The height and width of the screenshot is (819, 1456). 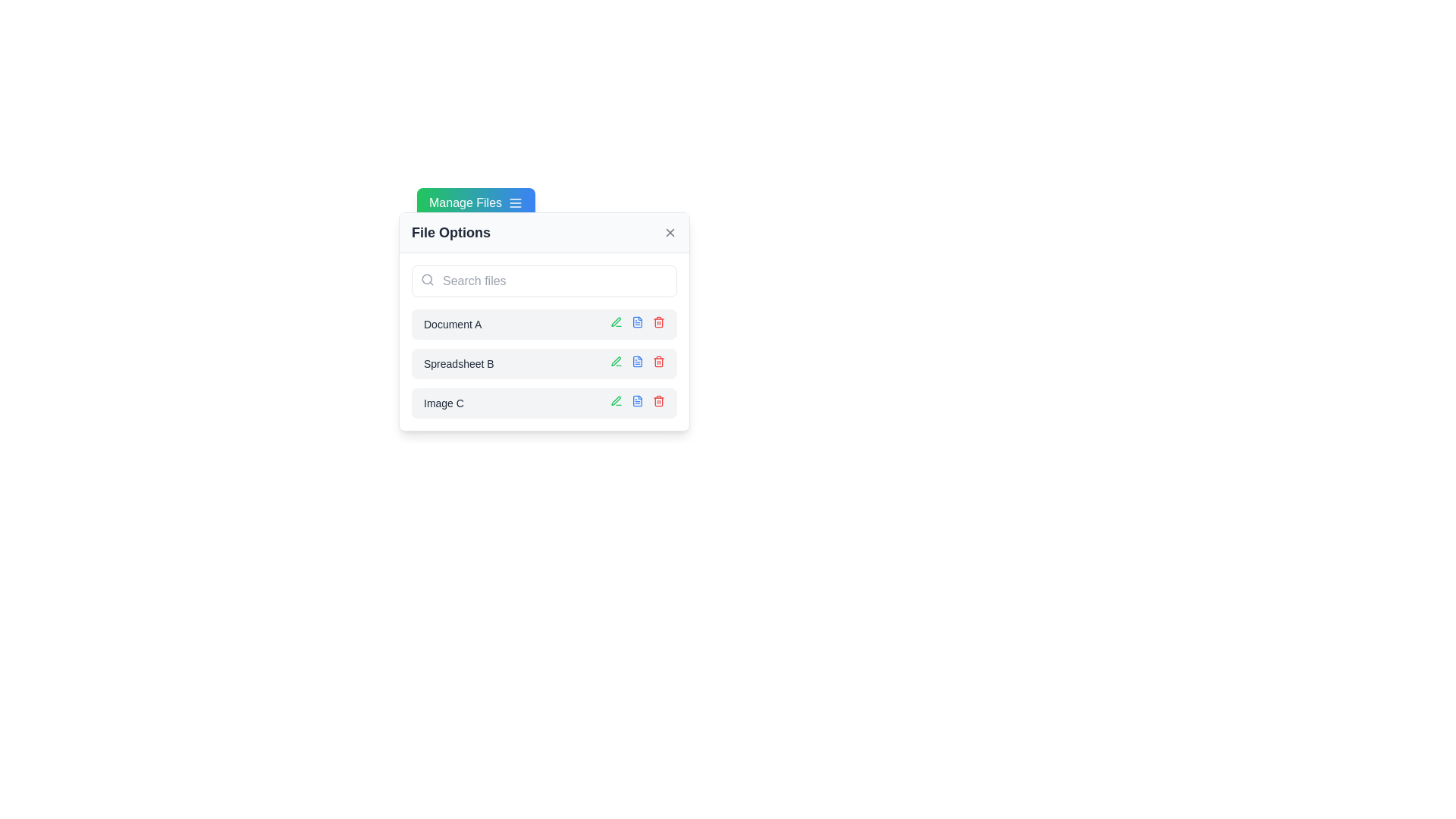 I want to click on the close button represented as a small cross ('x') icon located in the top right corner of the 'File Options' modal interface, so click(x=669, y=233).